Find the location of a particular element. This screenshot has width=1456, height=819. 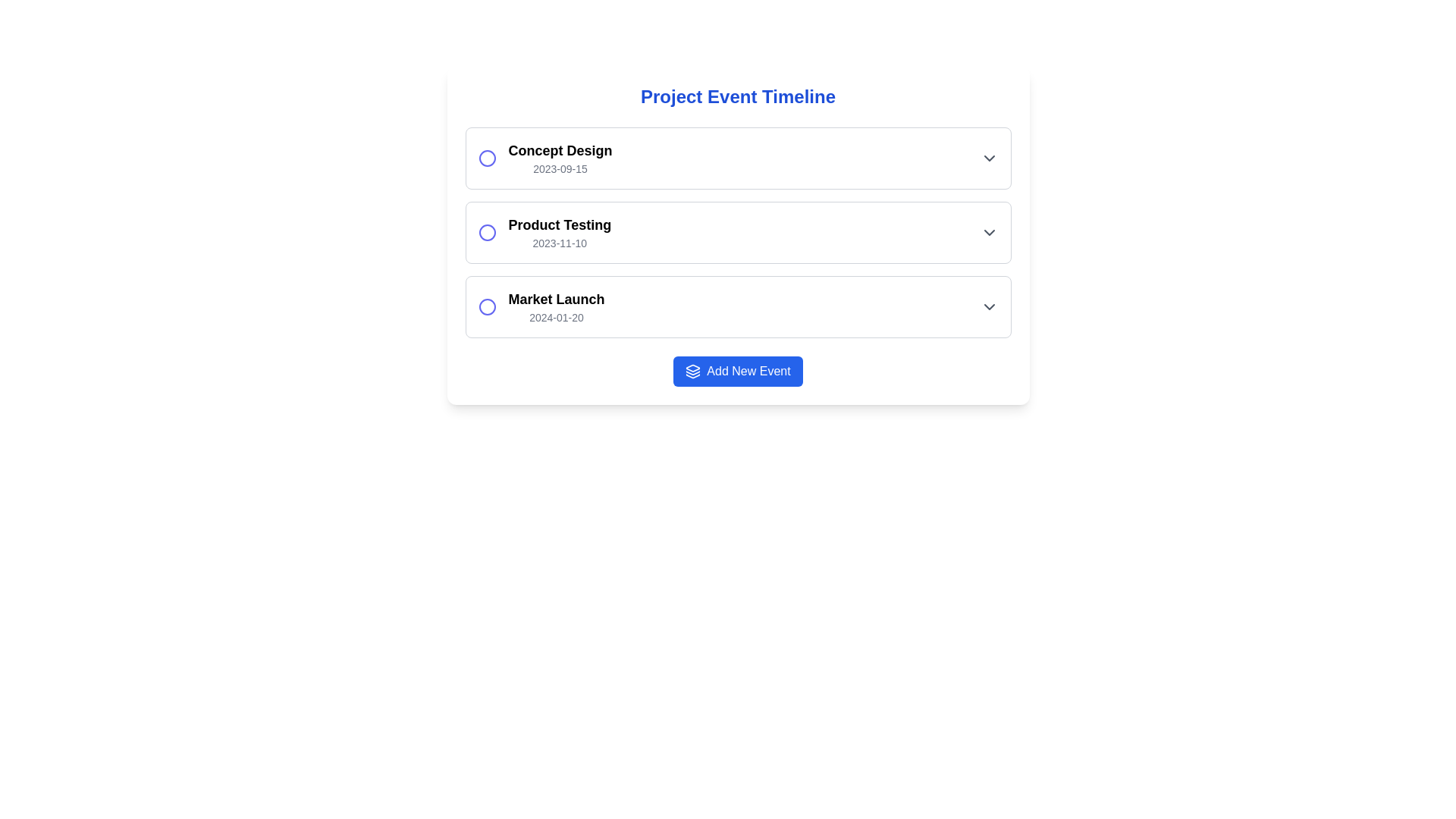

the text label displaying the date '2024-01-20', which is located beneath the 'Market Launch' heading in the event timeline list is located at coordinates (556, 317).